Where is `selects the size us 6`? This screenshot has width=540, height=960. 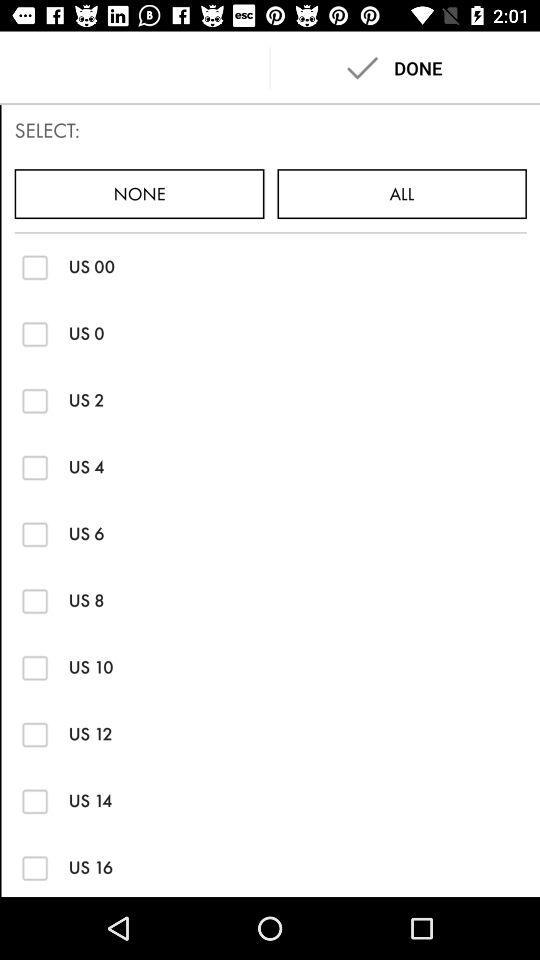 selects the size us 6 is located at coordinates (35, 533).